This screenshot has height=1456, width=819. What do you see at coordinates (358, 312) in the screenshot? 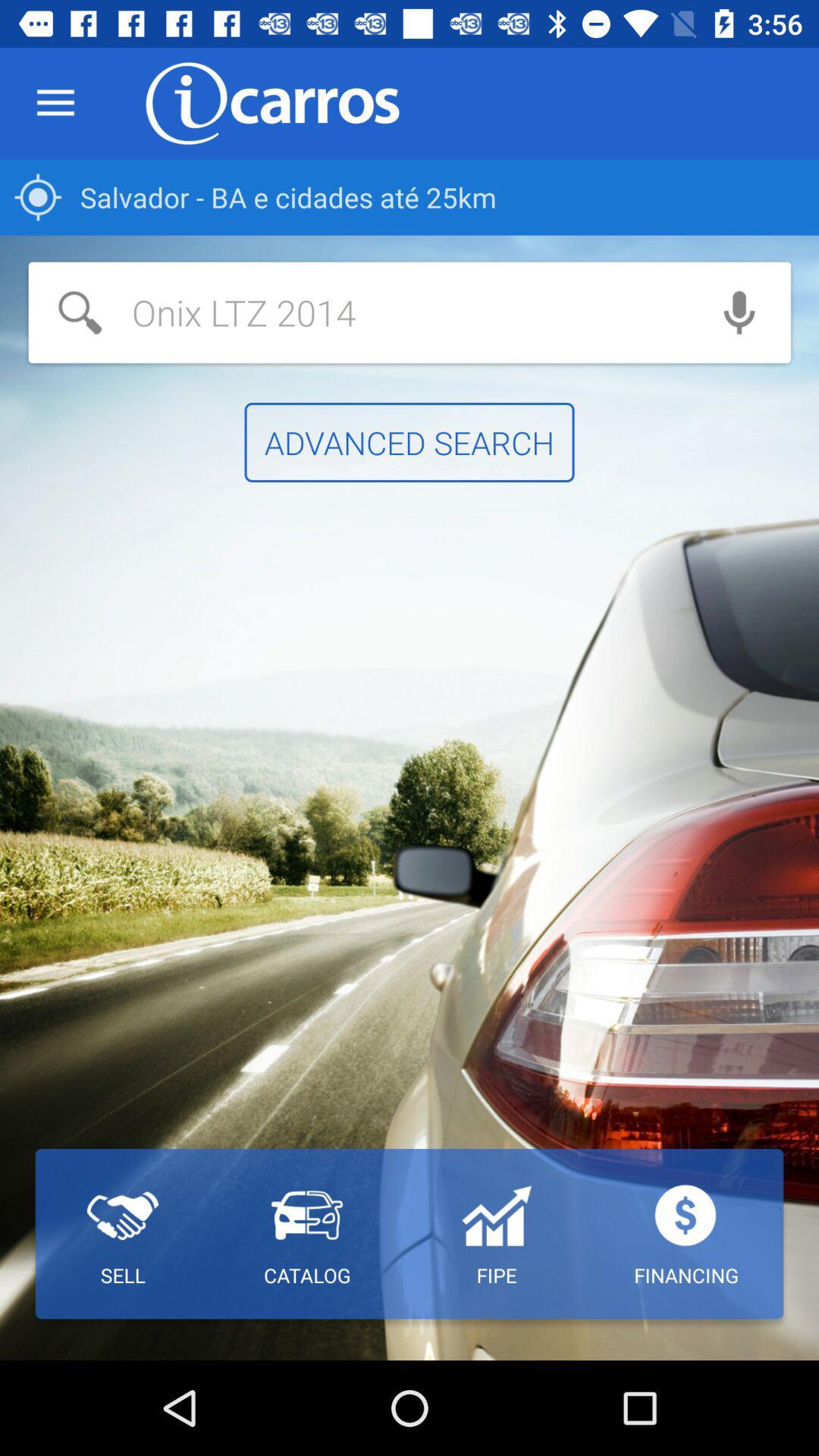
I see `open text field` at bounding box center [358, 312].